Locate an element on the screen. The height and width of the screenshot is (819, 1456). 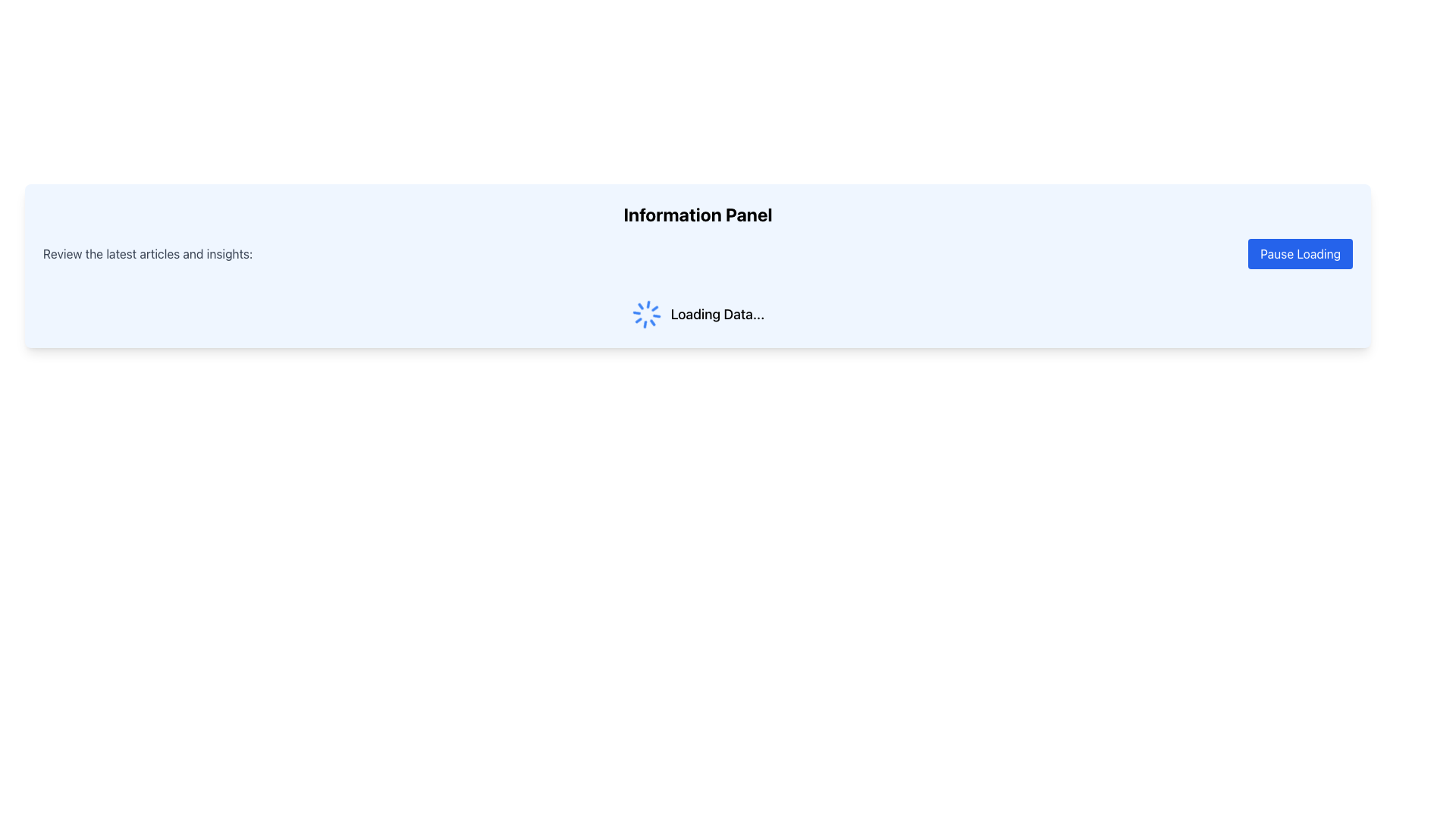
the text label displaying 'Loading Data...' which is positioned on a centered panel, to the right of a spinning loader icon is located at coordinates (717, 314).